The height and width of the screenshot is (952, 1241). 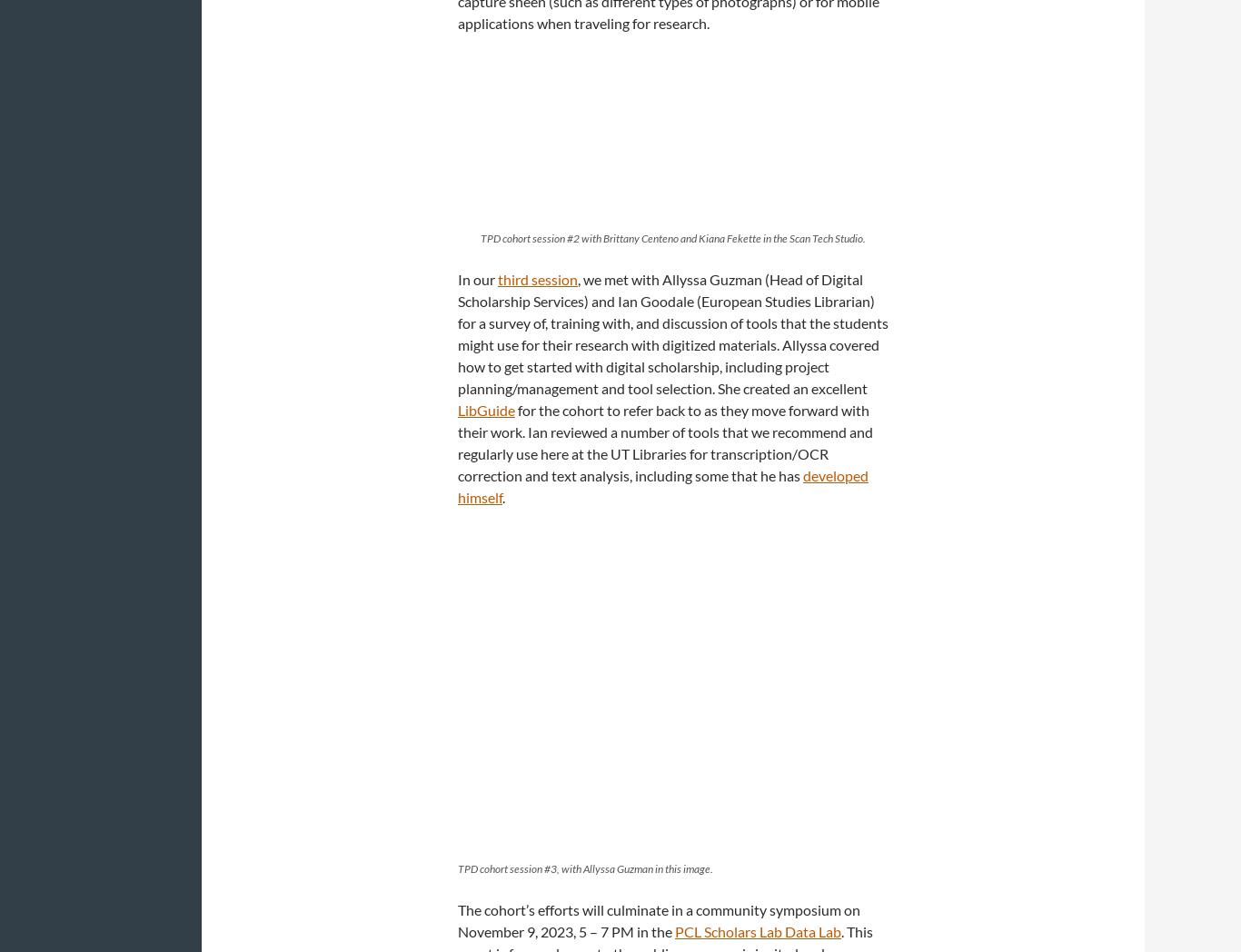 I want to click on 'for the cohort to refer back to as they move forward with their work. Ian reviewed a number of tools that we recommend and regularly use here at the UT Libraries for transcription/OCR correction and text analysis, including some that he has', so click(x=665, y=441).